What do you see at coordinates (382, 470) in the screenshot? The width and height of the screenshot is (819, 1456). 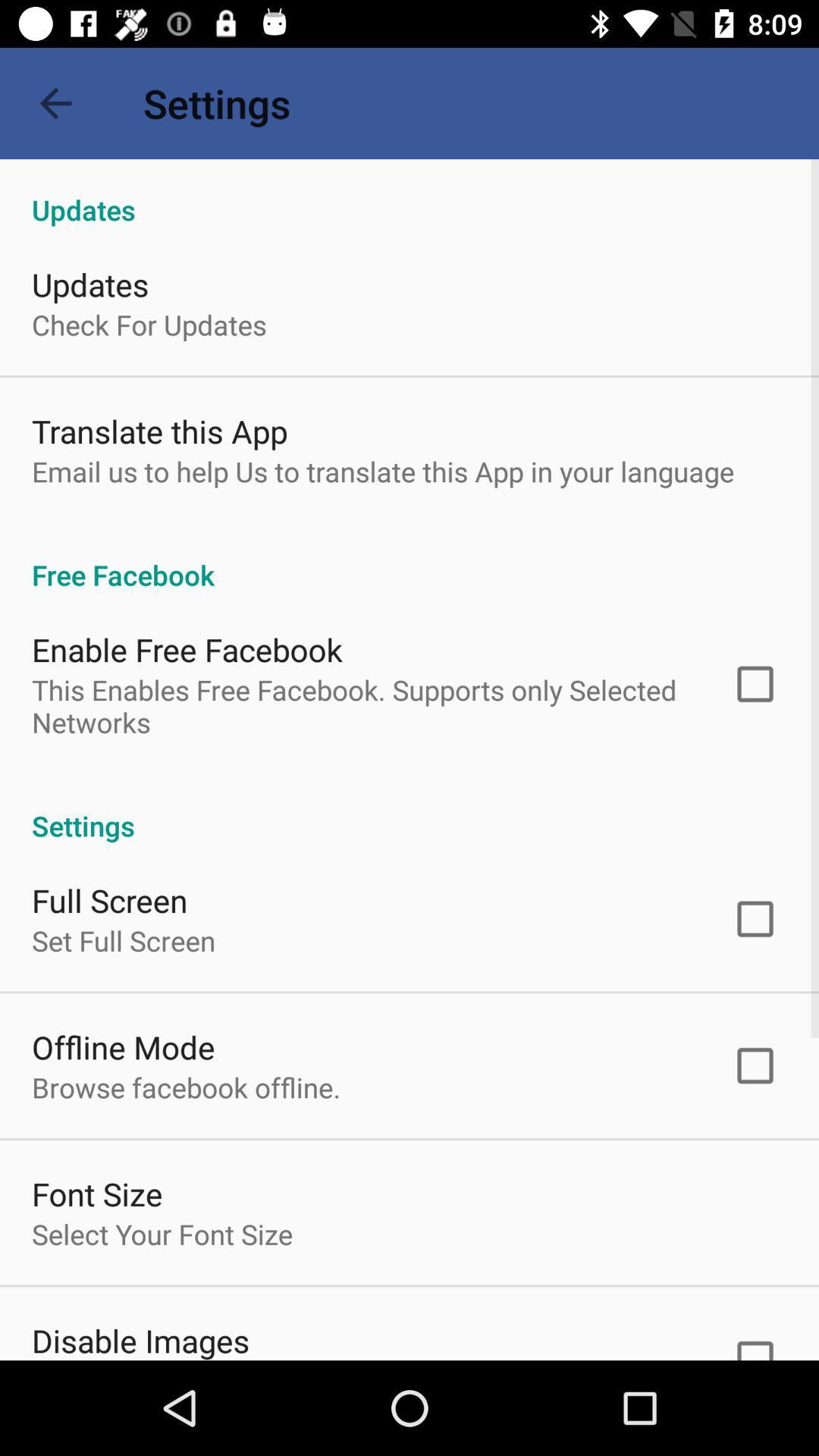 I see `the icon below the translate this app icon` at bounding box center [382, 470].